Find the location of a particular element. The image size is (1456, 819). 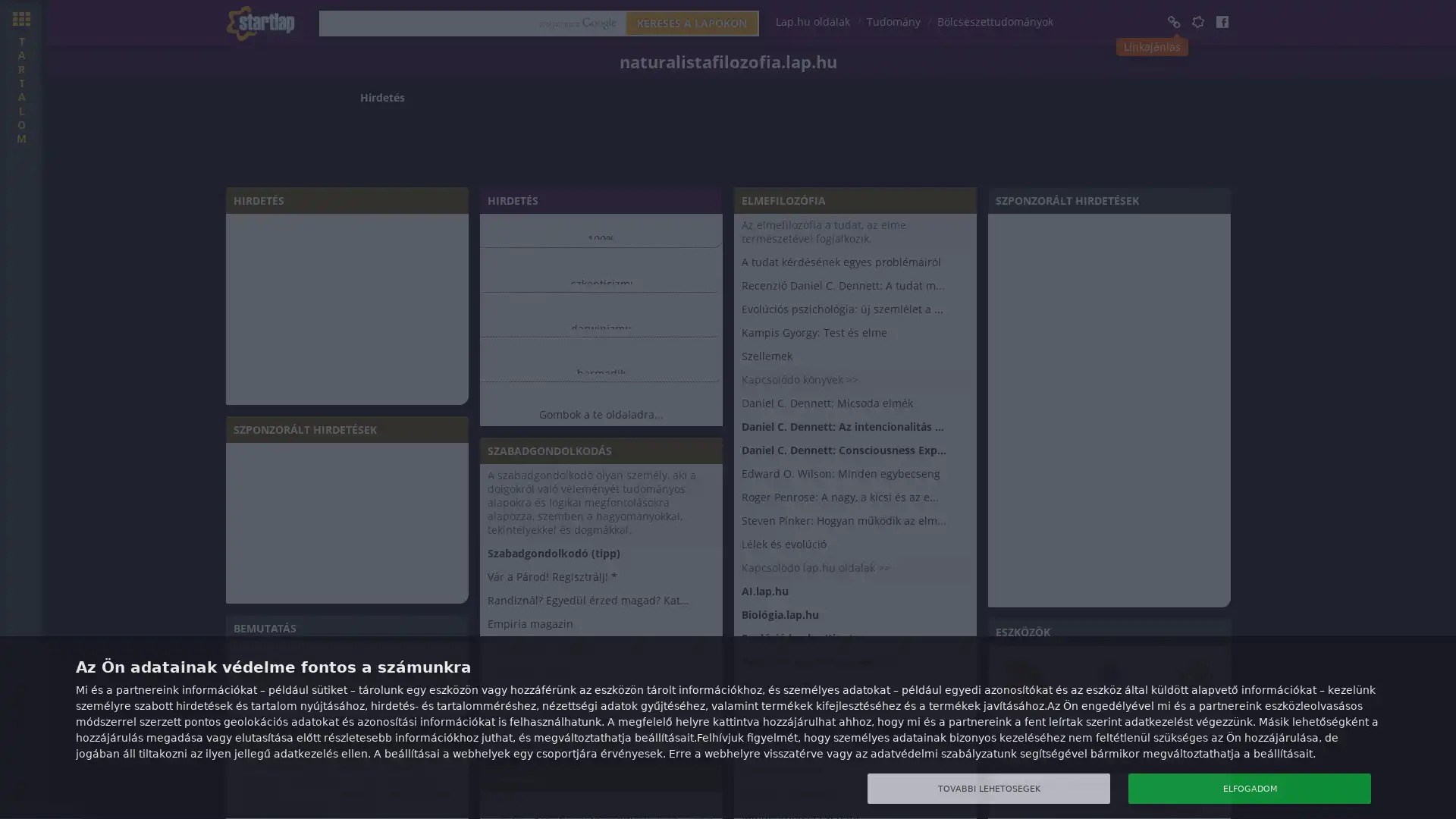

ELFOGADOM is located at coordinates (1249, 788).